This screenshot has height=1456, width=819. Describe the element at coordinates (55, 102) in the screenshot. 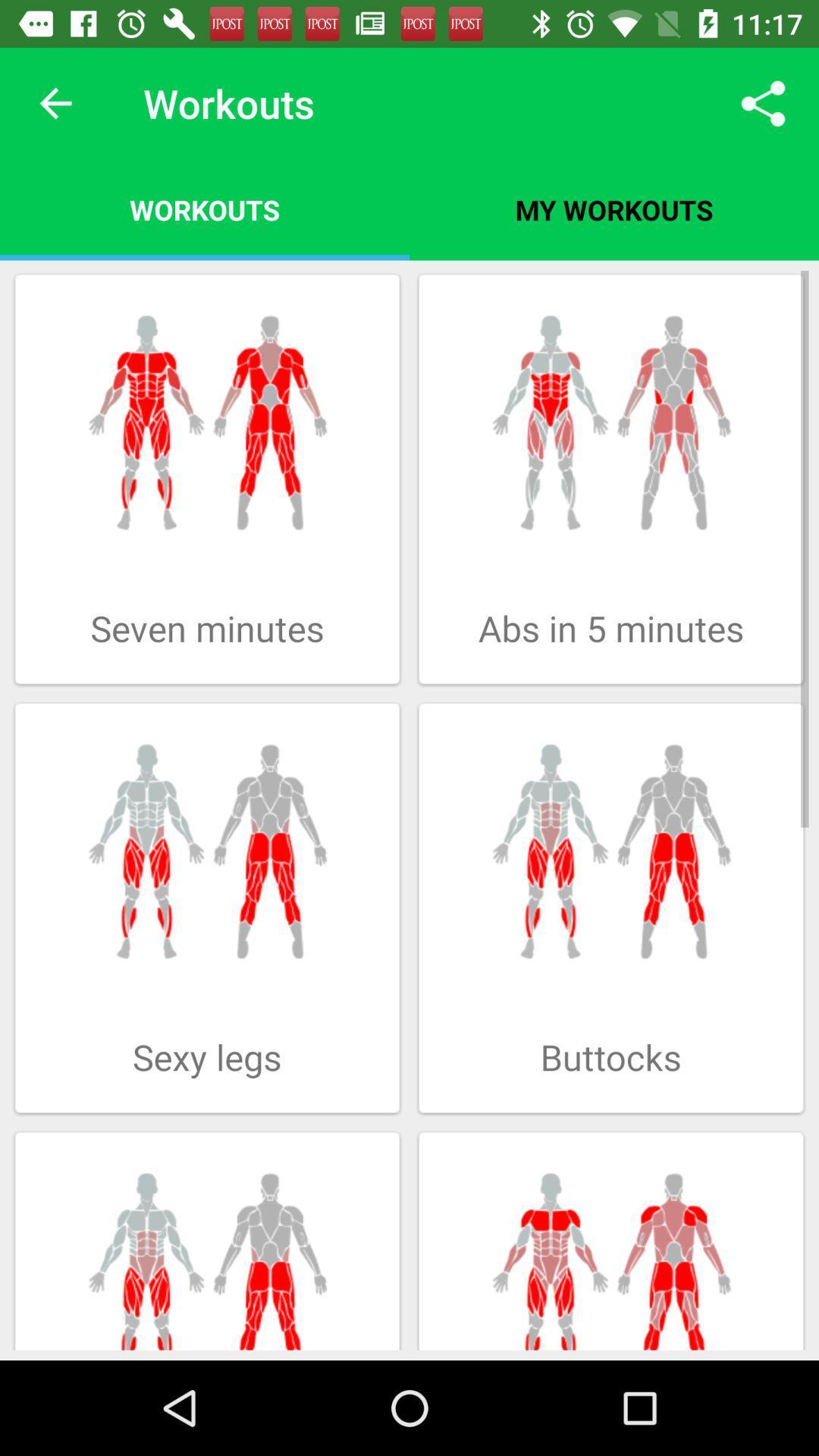

I see `app next to the workouts` at that location.